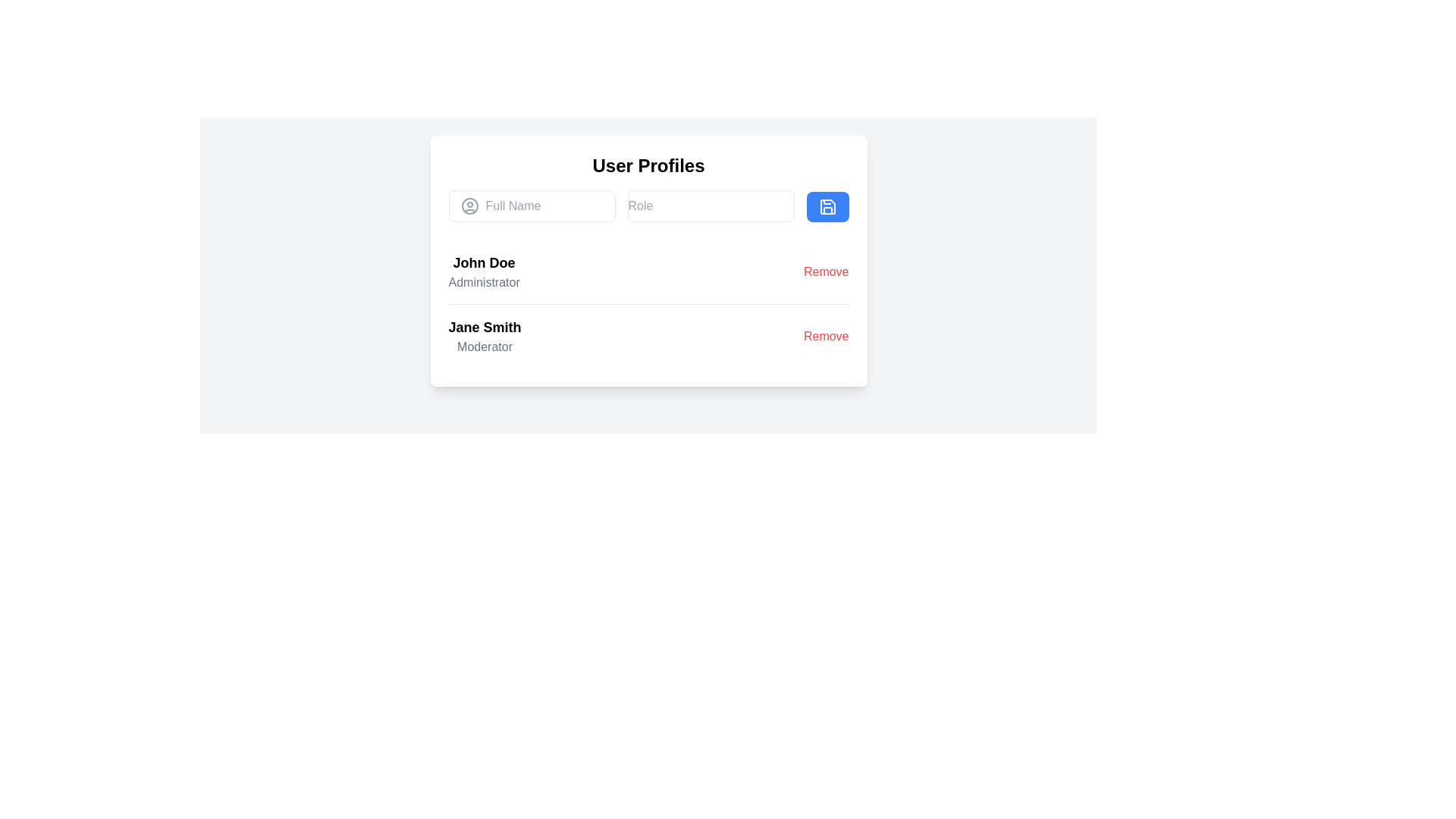 The image size is (1456, 819). Describe the element at coordinates (469, 206) in the screenshot. I see `the outermost Circle SVG element of the user profile icon, located to the left of the 'Full Name' text input field` at that location.